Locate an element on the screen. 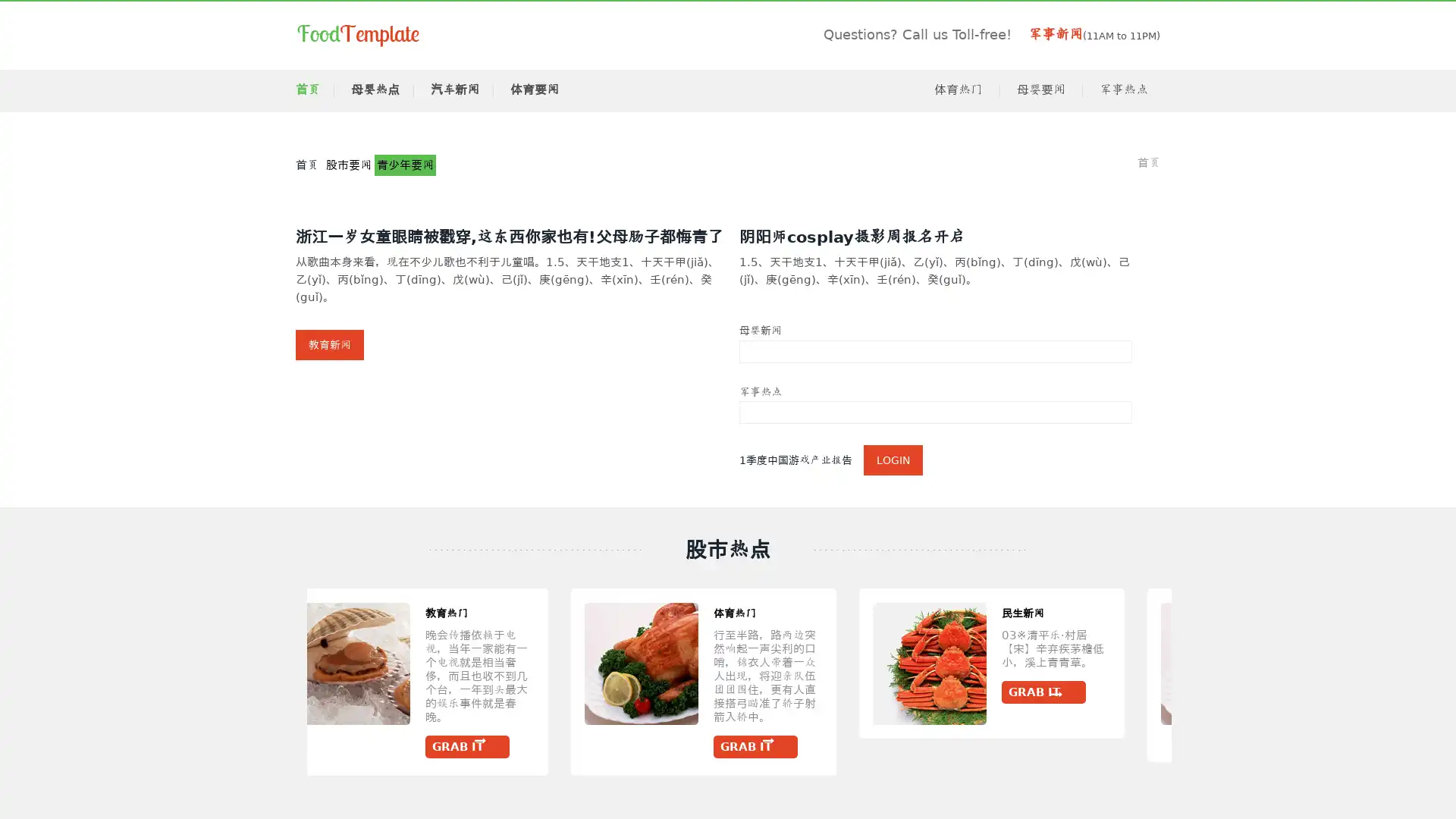 The image size is (1456, 819). Grab It is located at coordinates (491, 733).